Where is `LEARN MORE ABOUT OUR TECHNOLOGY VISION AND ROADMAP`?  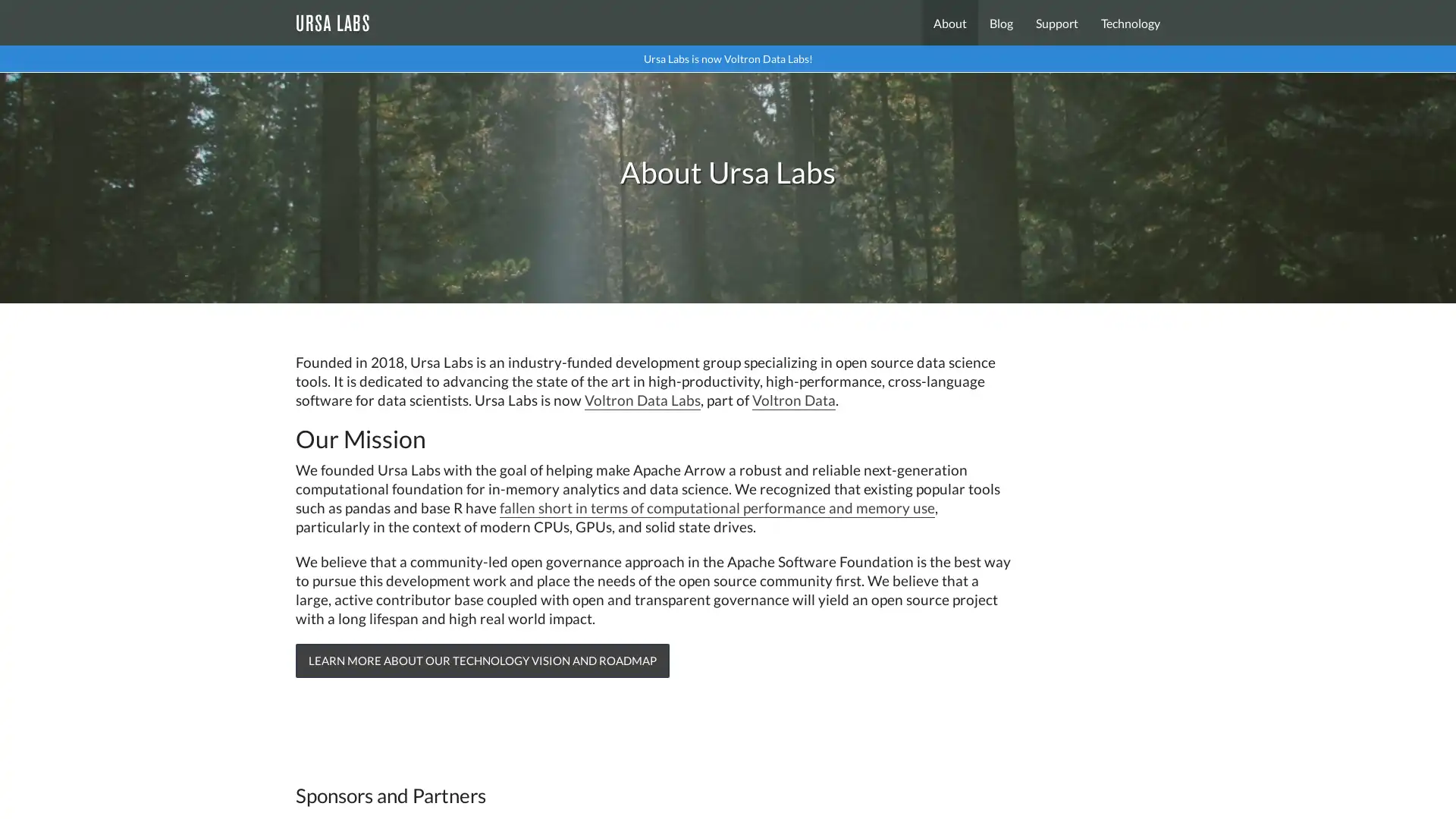
LEARN MORE ABOUT OUR TECHNOLOGY VISION AND ROADMAP is located at coordinates (482, 660).